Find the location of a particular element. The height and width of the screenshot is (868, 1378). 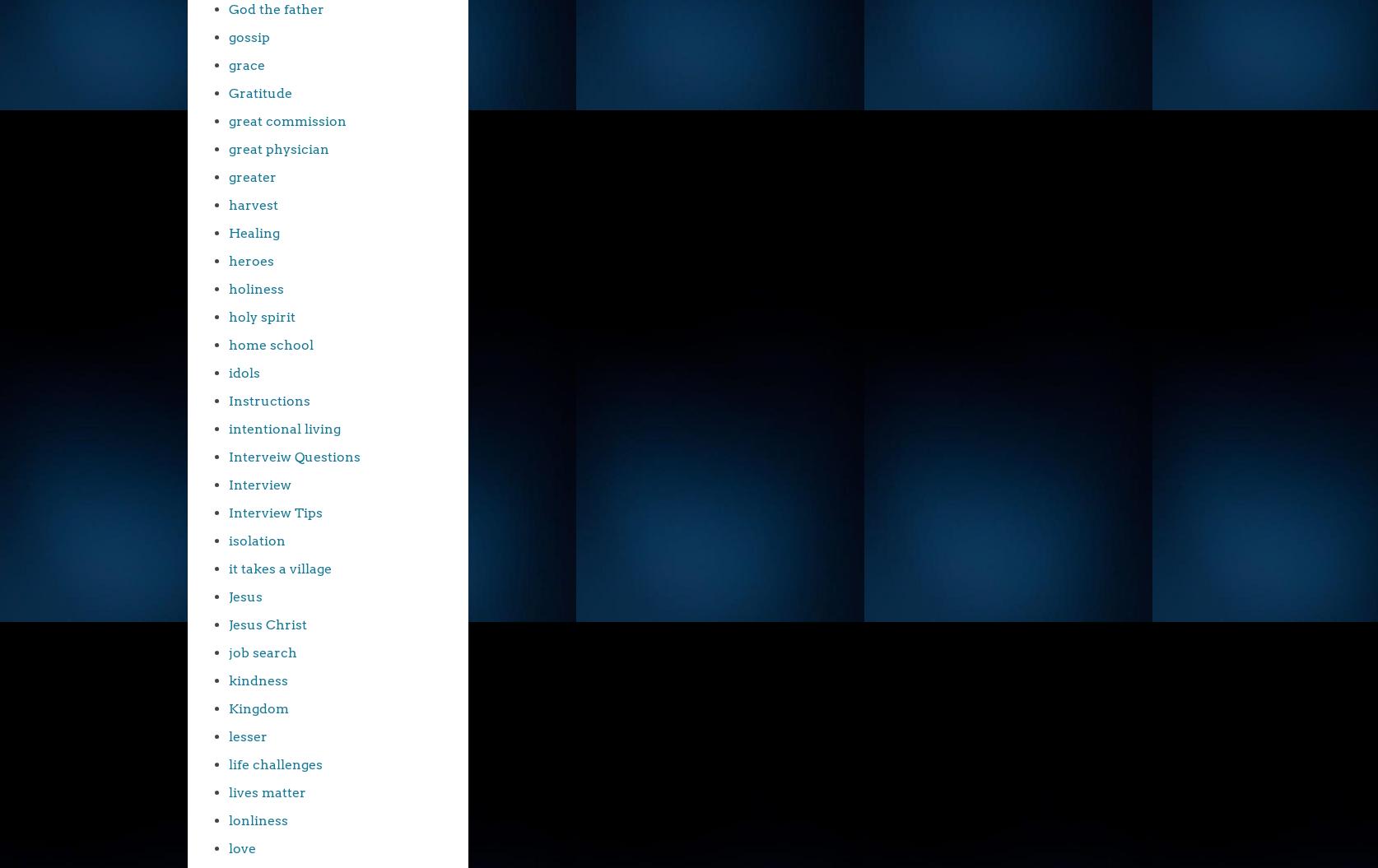

'great commission' is located at coordinates (287, 121).